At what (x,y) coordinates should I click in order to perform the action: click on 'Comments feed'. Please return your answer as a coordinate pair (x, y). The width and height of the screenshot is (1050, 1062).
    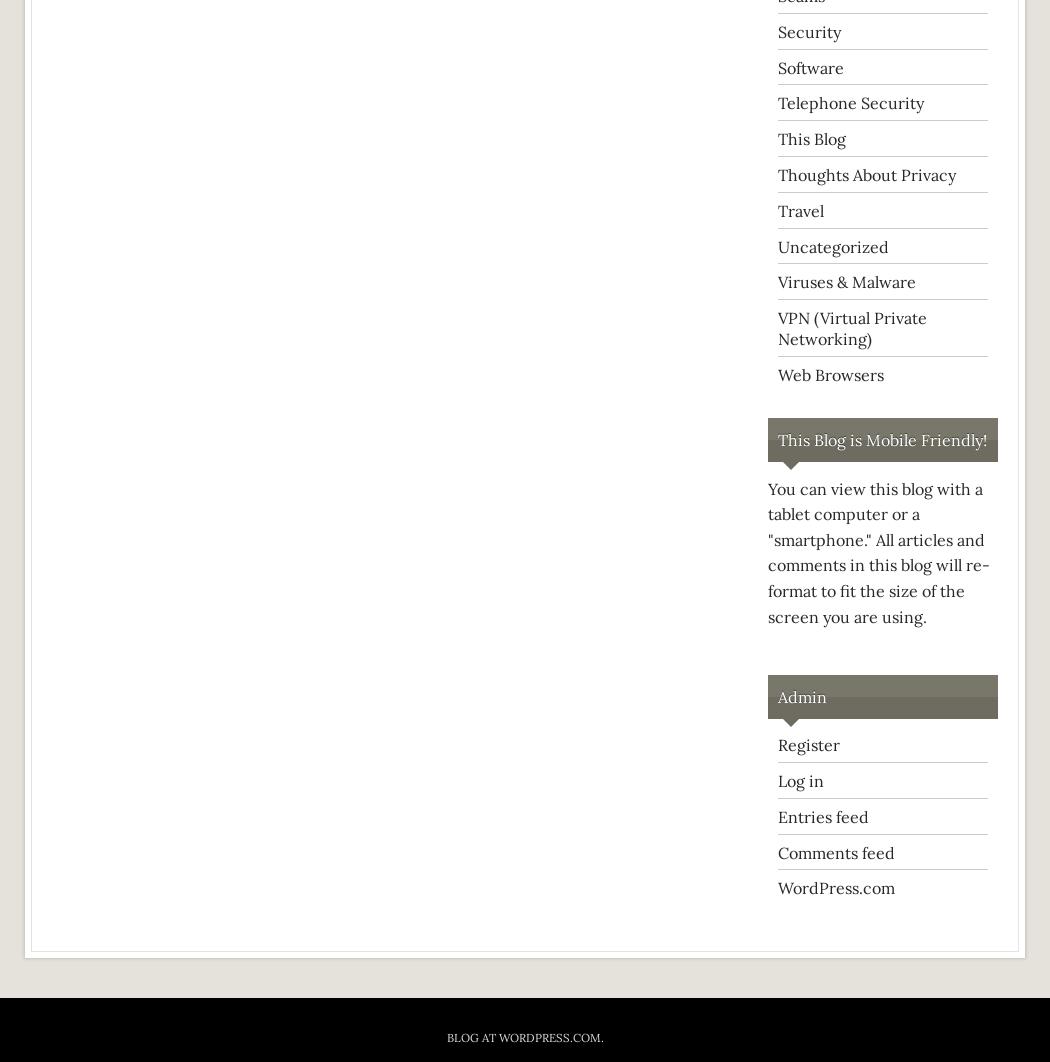
    Looking at the image, I should click on (778, 851).